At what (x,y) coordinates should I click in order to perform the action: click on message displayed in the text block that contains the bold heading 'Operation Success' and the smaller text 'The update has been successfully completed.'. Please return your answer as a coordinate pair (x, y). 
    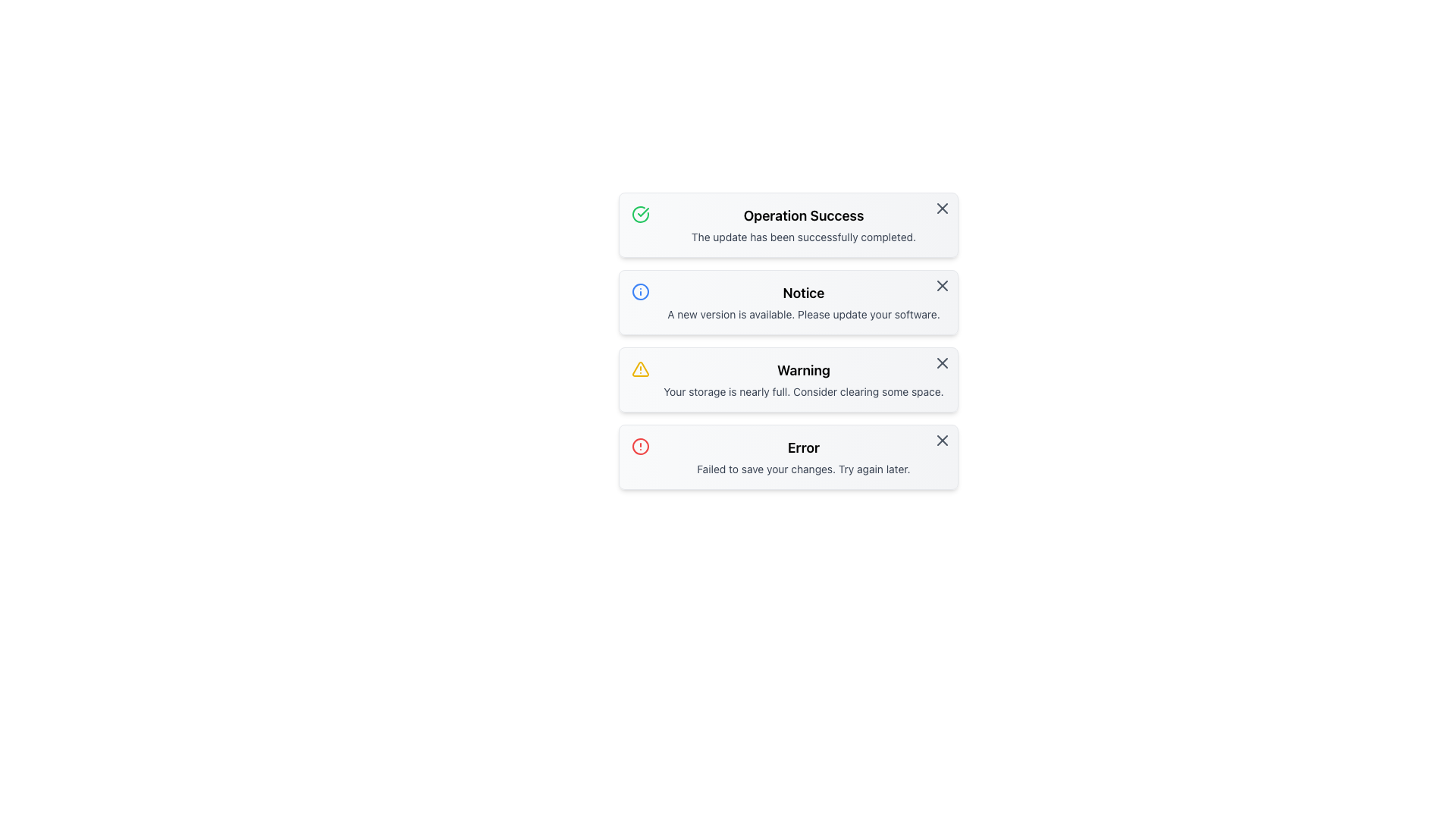
    Looking at the image, I should click on (803, 225).